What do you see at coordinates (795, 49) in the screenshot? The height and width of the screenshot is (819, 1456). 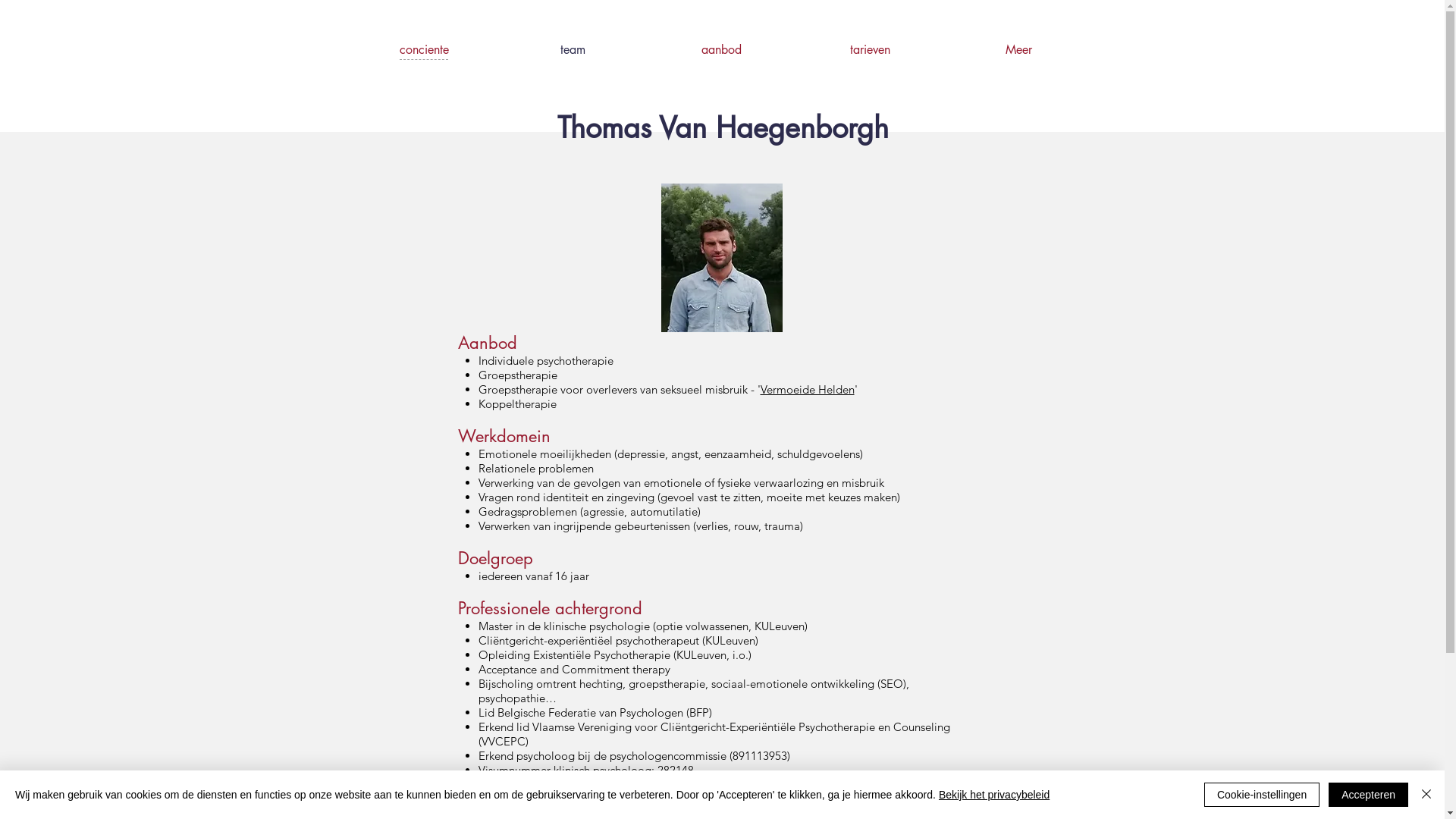 I see `'tarieven'` at bounding box center [795, 49].